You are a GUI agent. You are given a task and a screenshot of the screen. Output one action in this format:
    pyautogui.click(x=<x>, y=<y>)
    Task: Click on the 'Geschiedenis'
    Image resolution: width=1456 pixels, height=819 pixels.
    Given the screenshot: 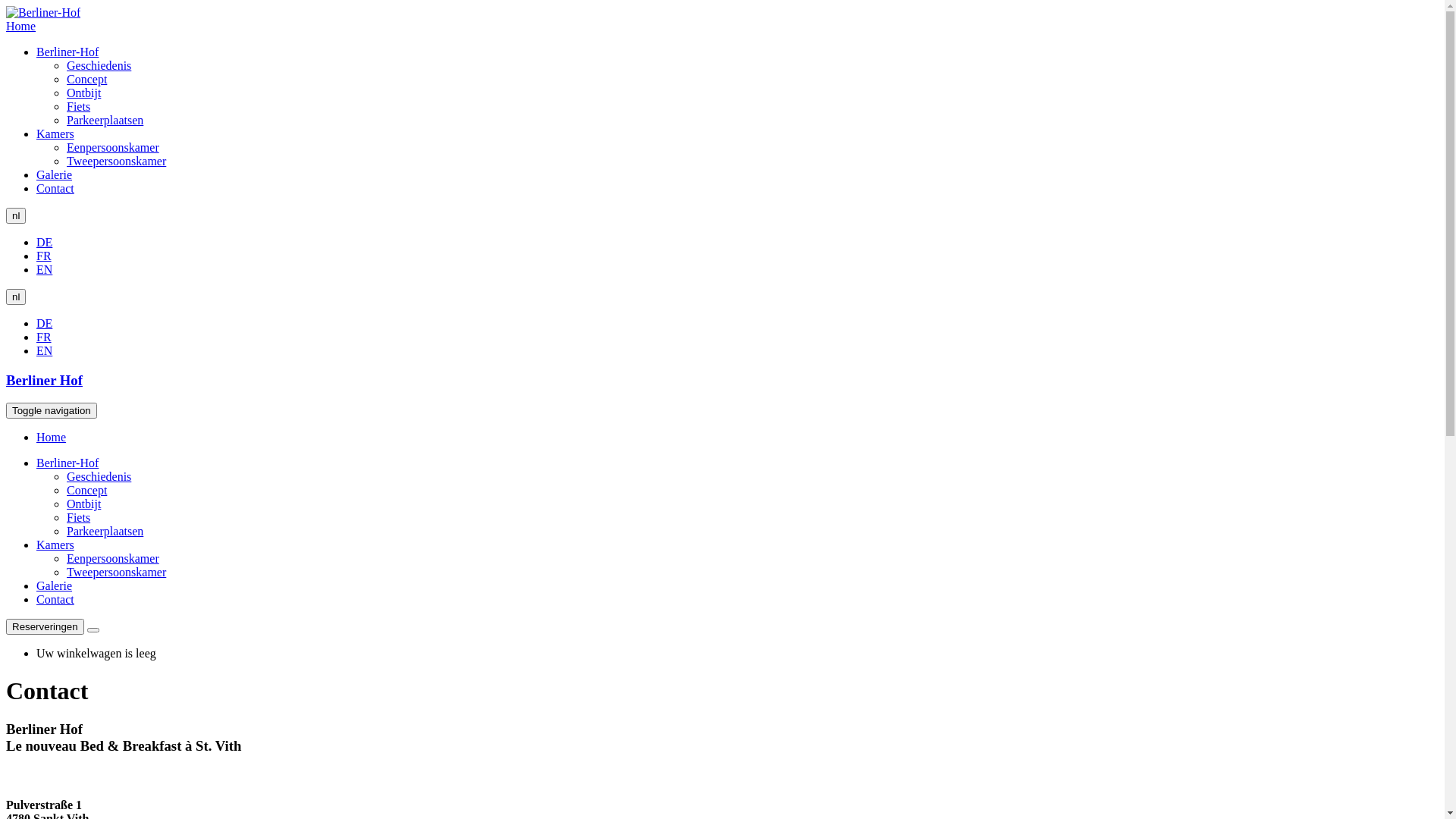 What is the action you would take?
    pyautogui.click(x=65, y=475)
    